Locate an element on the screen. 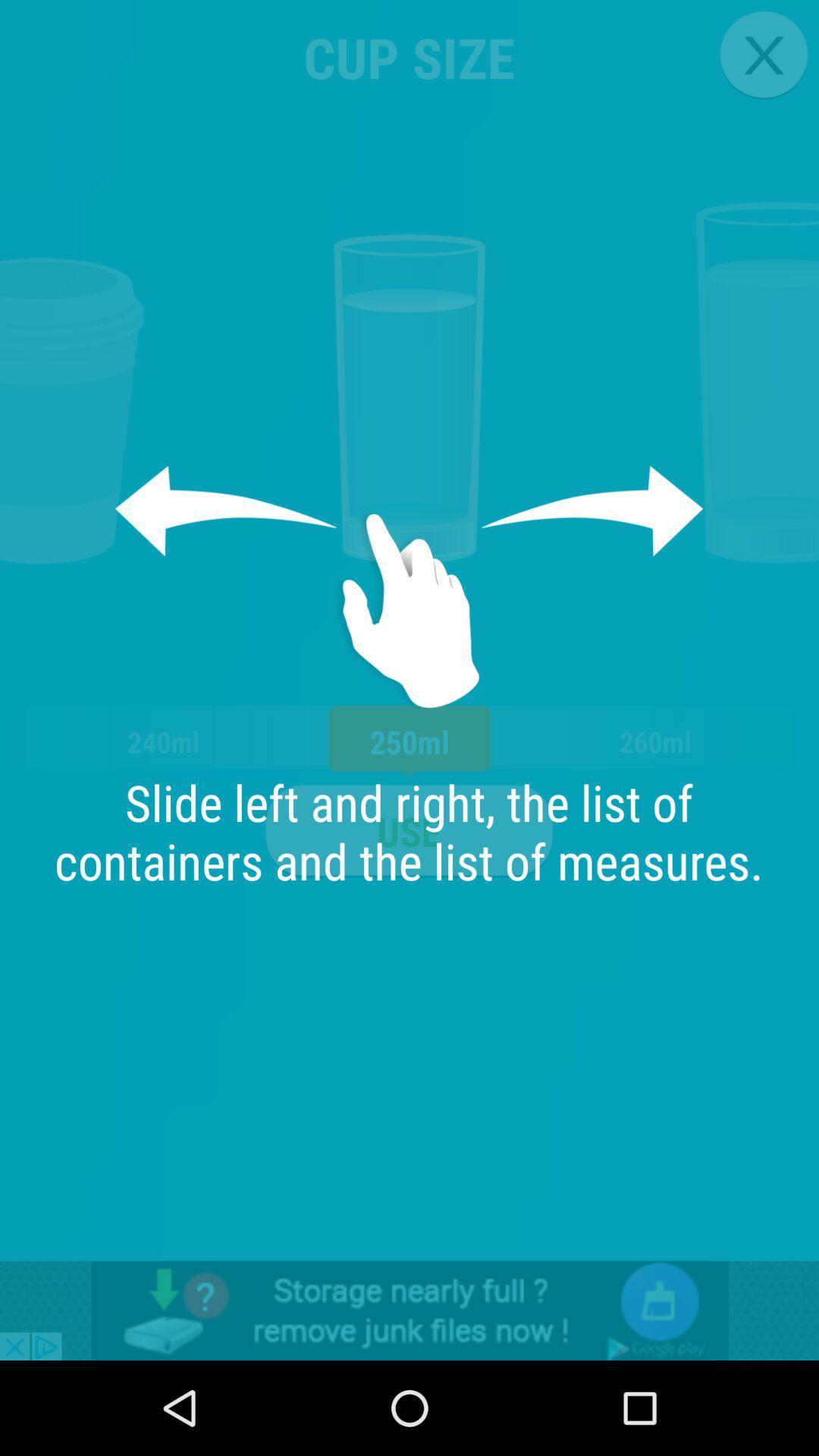  remove junk files is located at coordinates (409, 1310).